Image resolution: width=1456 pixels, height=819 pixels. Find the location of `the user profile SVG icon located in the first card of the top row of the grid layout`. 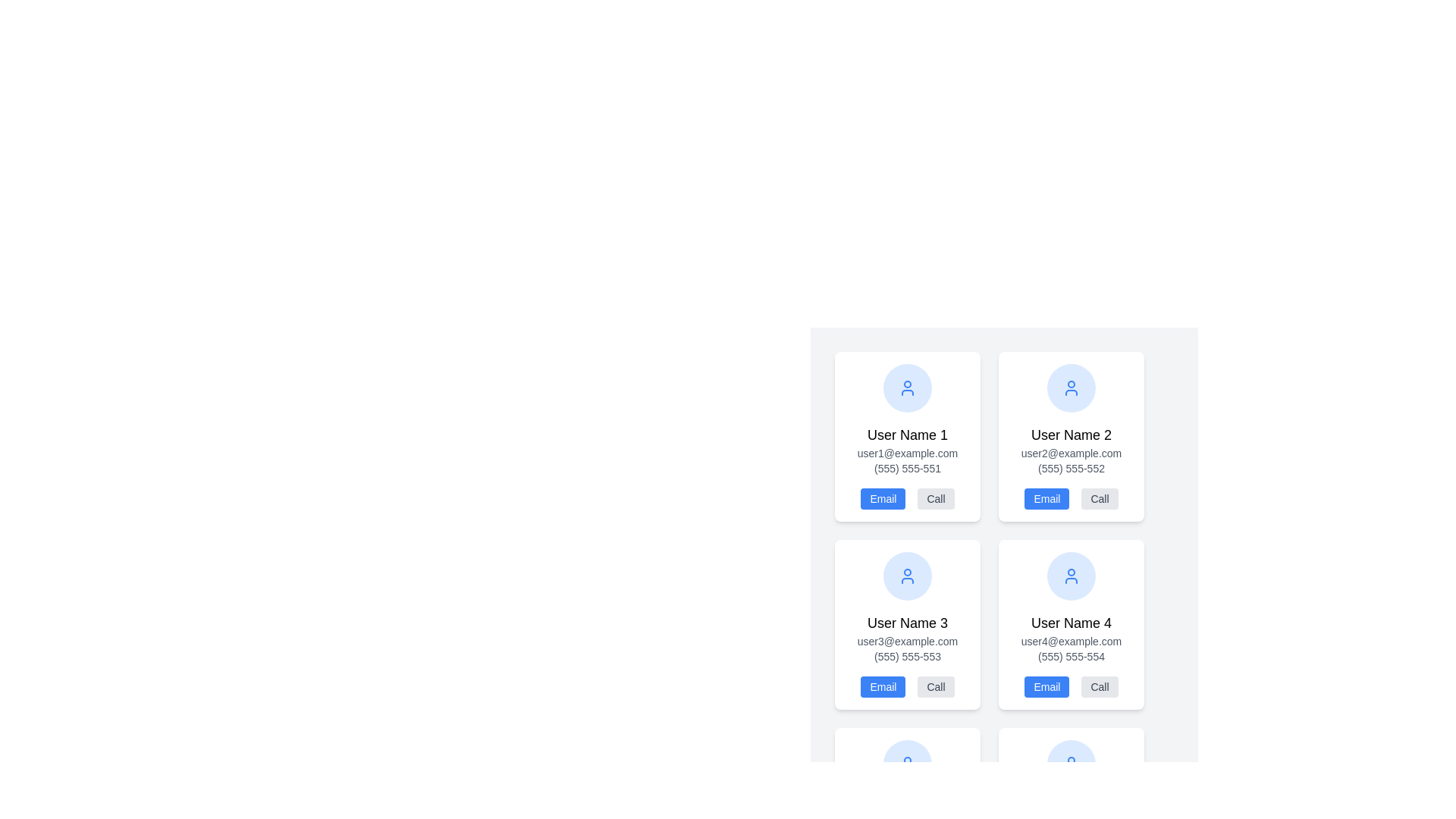

the user profile SVG icon located in the first card of the top row of the grid layout is located at coordinates (1070, 388).